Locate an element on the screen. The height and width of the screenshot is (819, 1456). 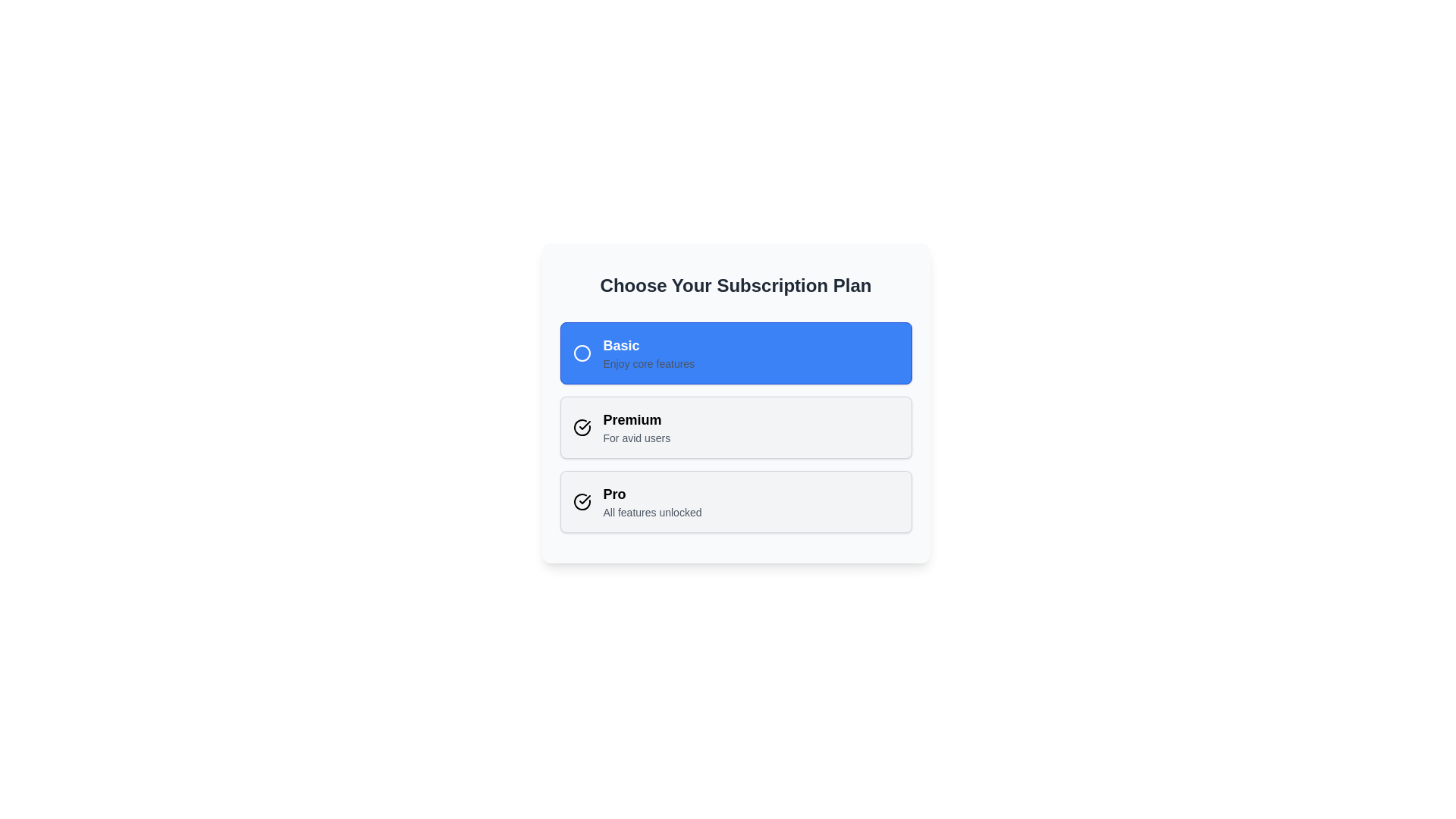
the 'Premium' text block, which is styled with two lines, the first reading 'Premium' in bold and larger font, and the second 'For avid users' in smaller, lighter font, located in the second option card of the subscription plan interface is located at coordinates (636, 427).